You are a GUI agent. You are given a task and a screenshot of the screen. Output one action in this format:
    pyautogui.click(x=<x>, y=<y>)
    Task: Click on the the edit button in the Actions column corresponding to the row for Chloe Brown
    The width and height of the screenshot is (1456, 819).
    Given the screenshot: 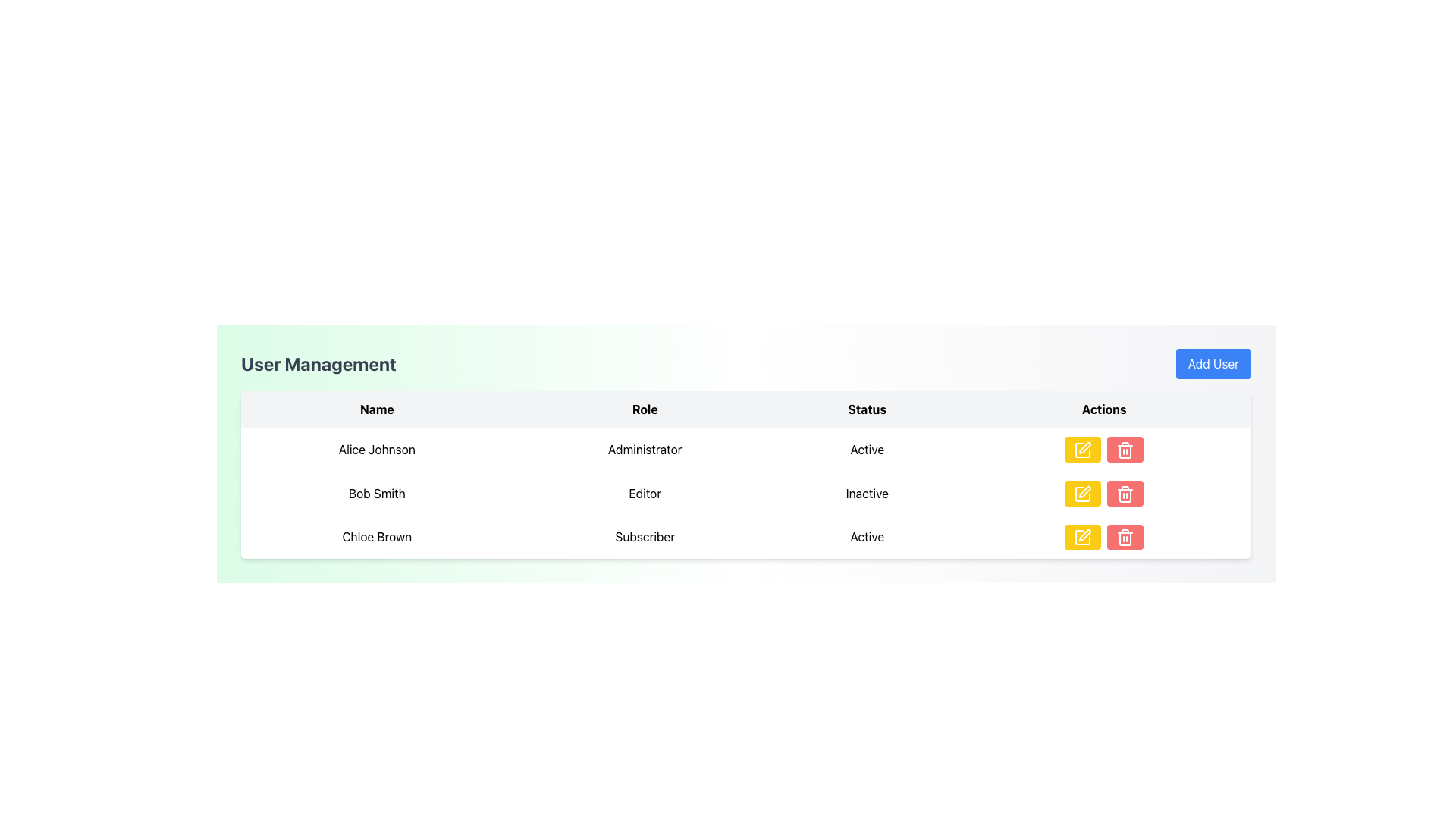 What is the action you would take?
    pyautogui.click(x=1082, y=537)
    